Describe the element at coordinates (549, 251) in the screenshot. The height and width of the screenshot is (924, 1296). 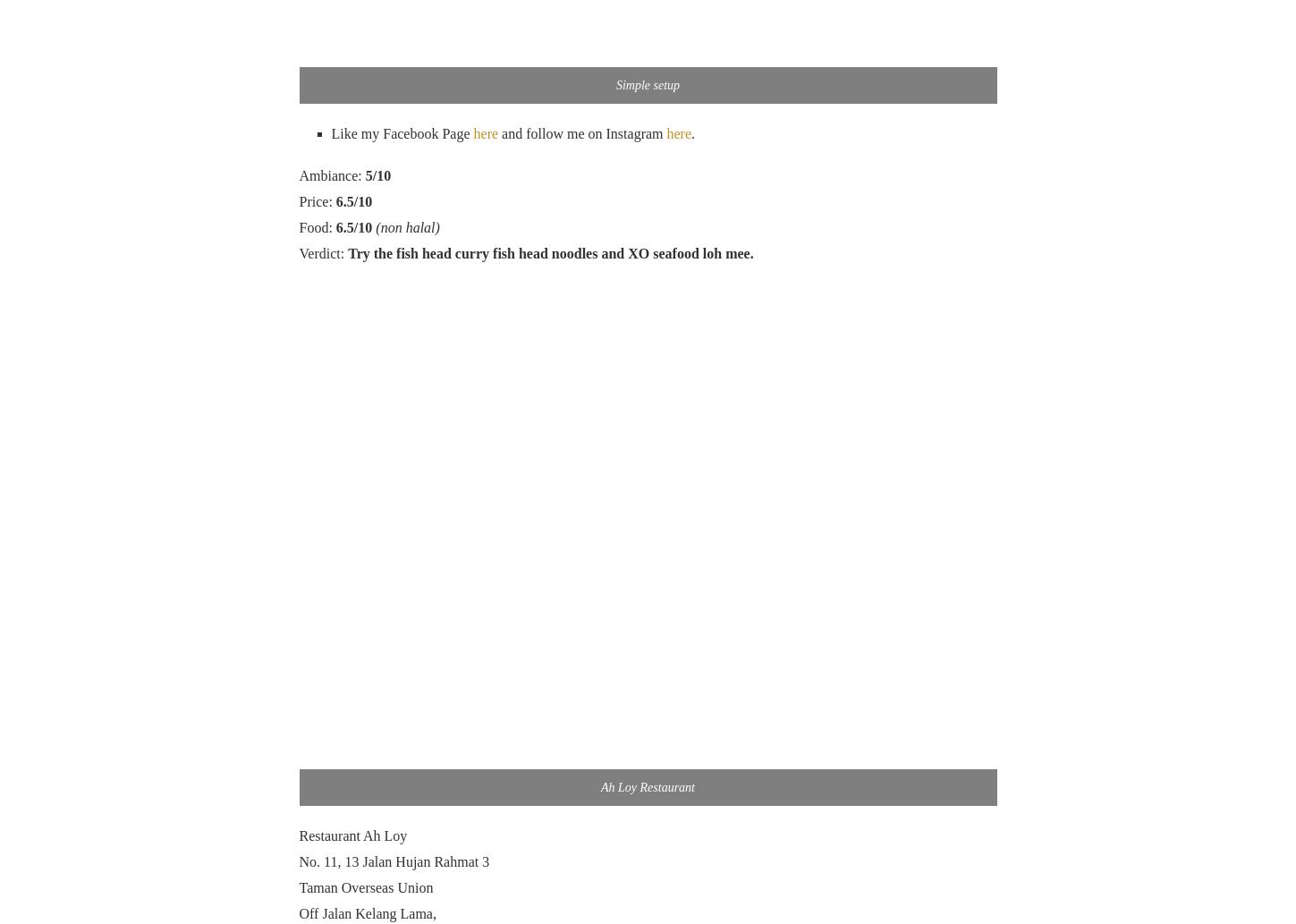
I see `'Try the fish head curry fish head noodles and XO seafood loh mee.'` at that location.